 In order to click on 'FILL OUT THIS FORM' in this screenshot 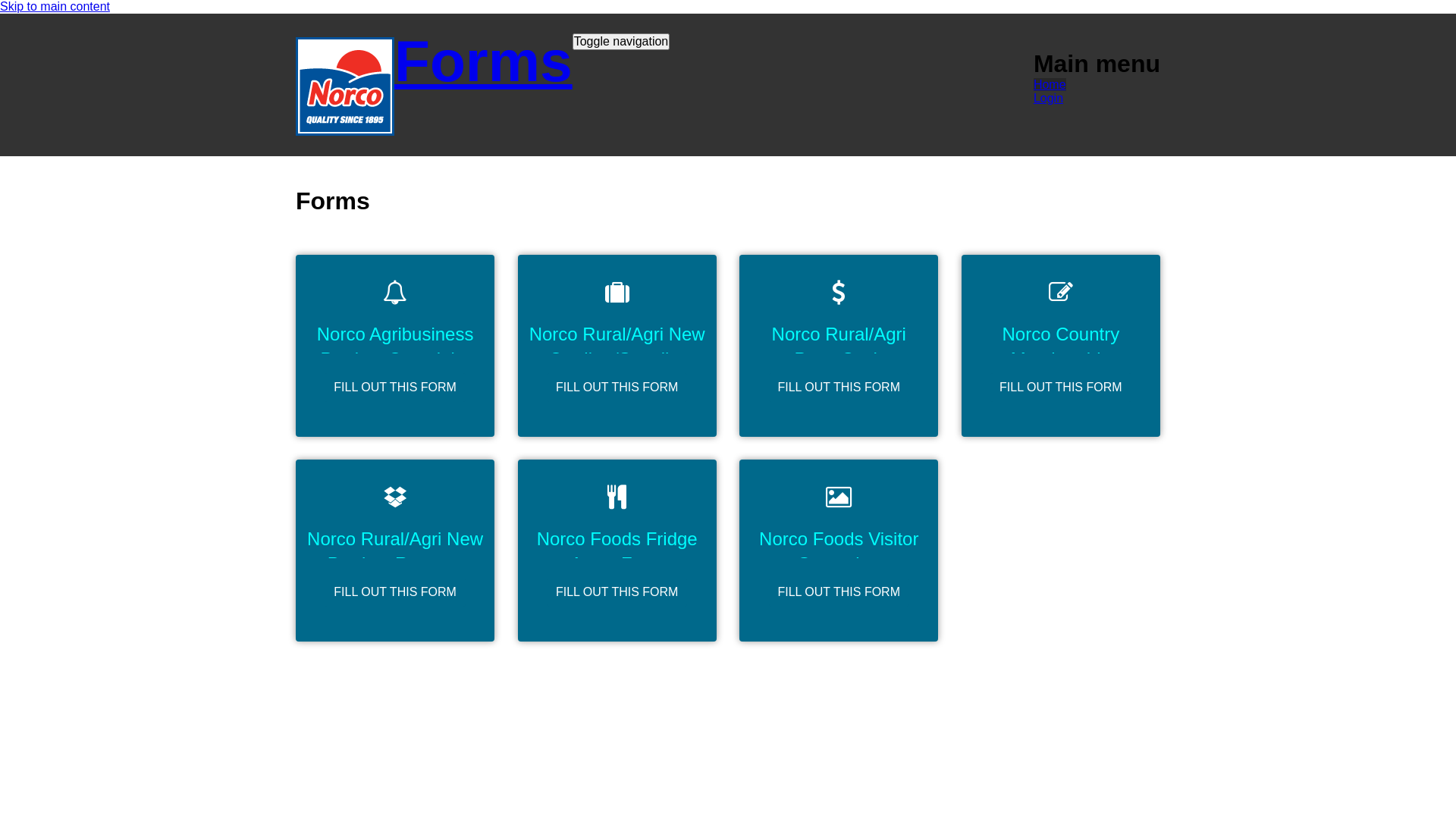, I will do `click(839, 386)`.